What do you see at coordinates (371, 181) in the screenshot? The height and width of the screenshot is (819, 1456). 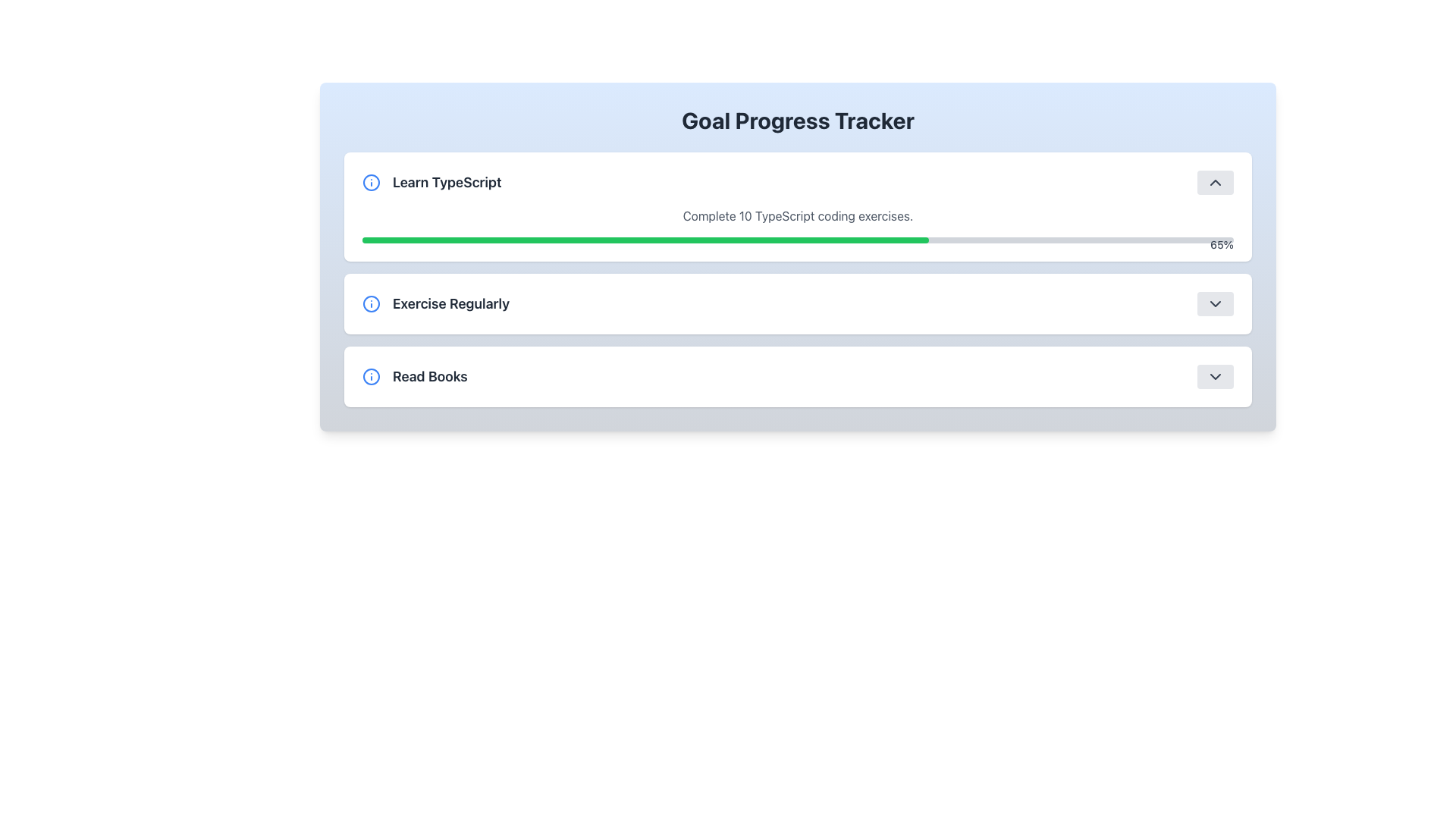 I see `the informational or help icon located to the left of the 'Learn TypeScript' text` at bounding box center [371, 181].